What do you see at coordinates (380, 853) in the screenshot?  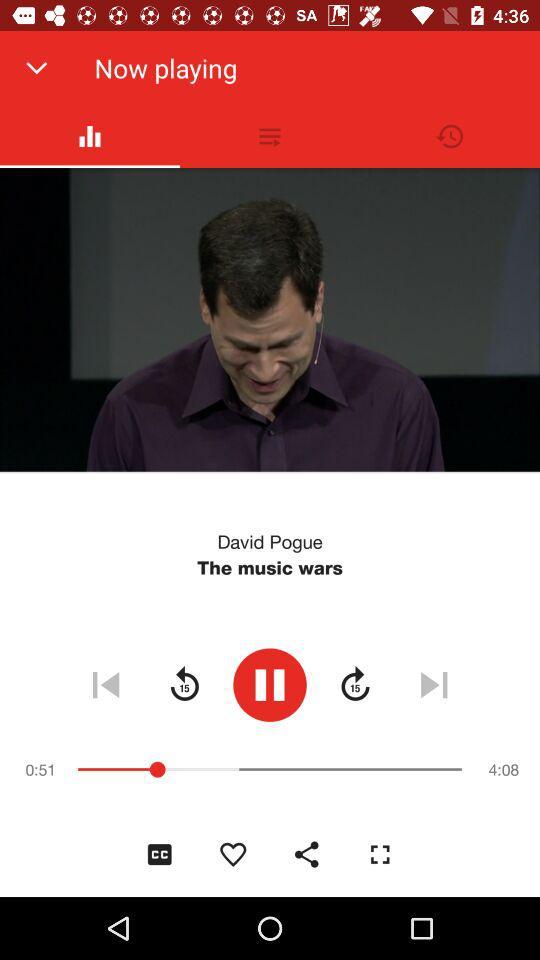 I see `the fullscreen icon` at bounding box center [380, 853].